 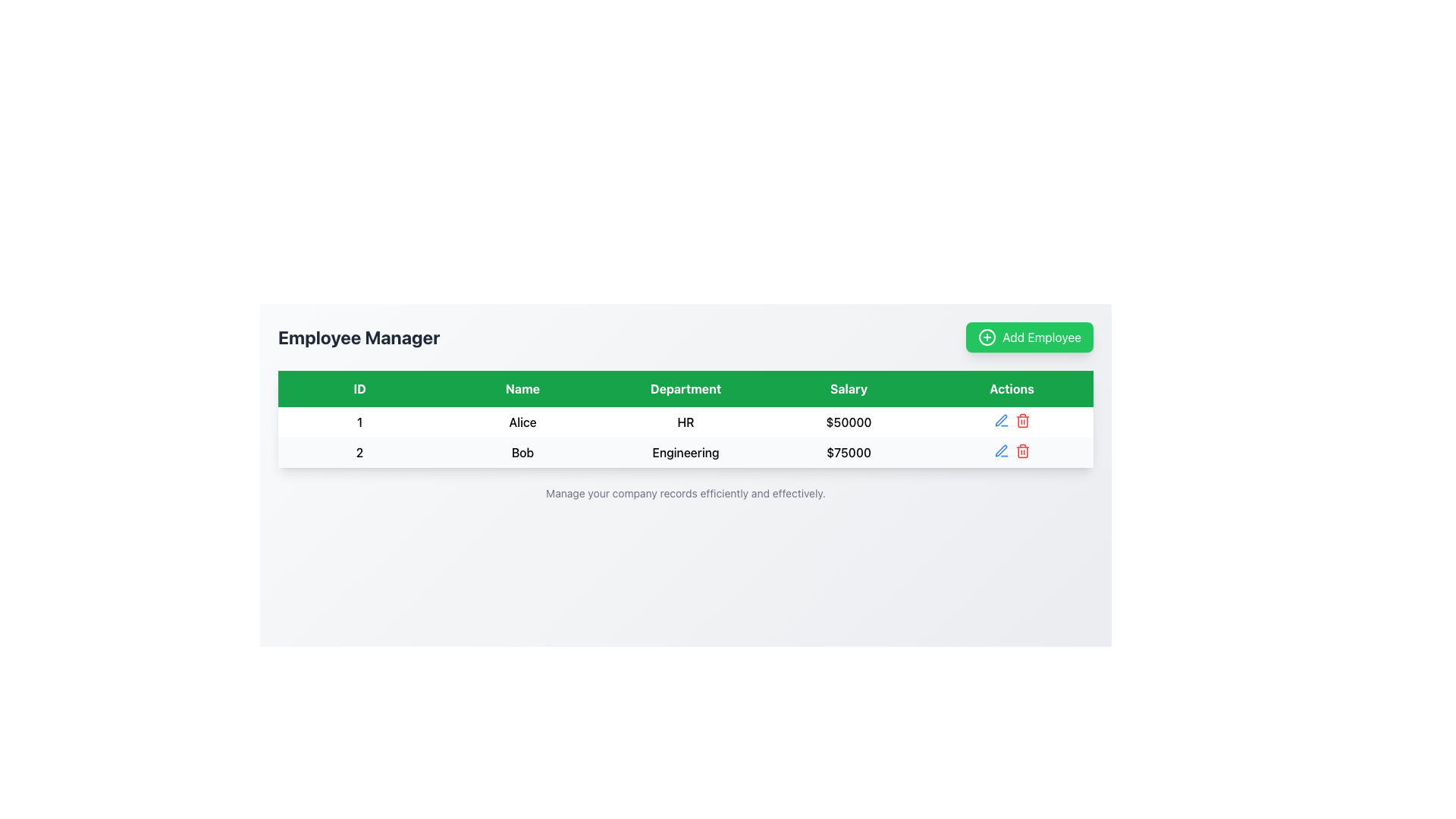 I want to click on the visual indicator associated with the 'Add Employee' button, located to the left of the button's text, so click(x=987, y=336).